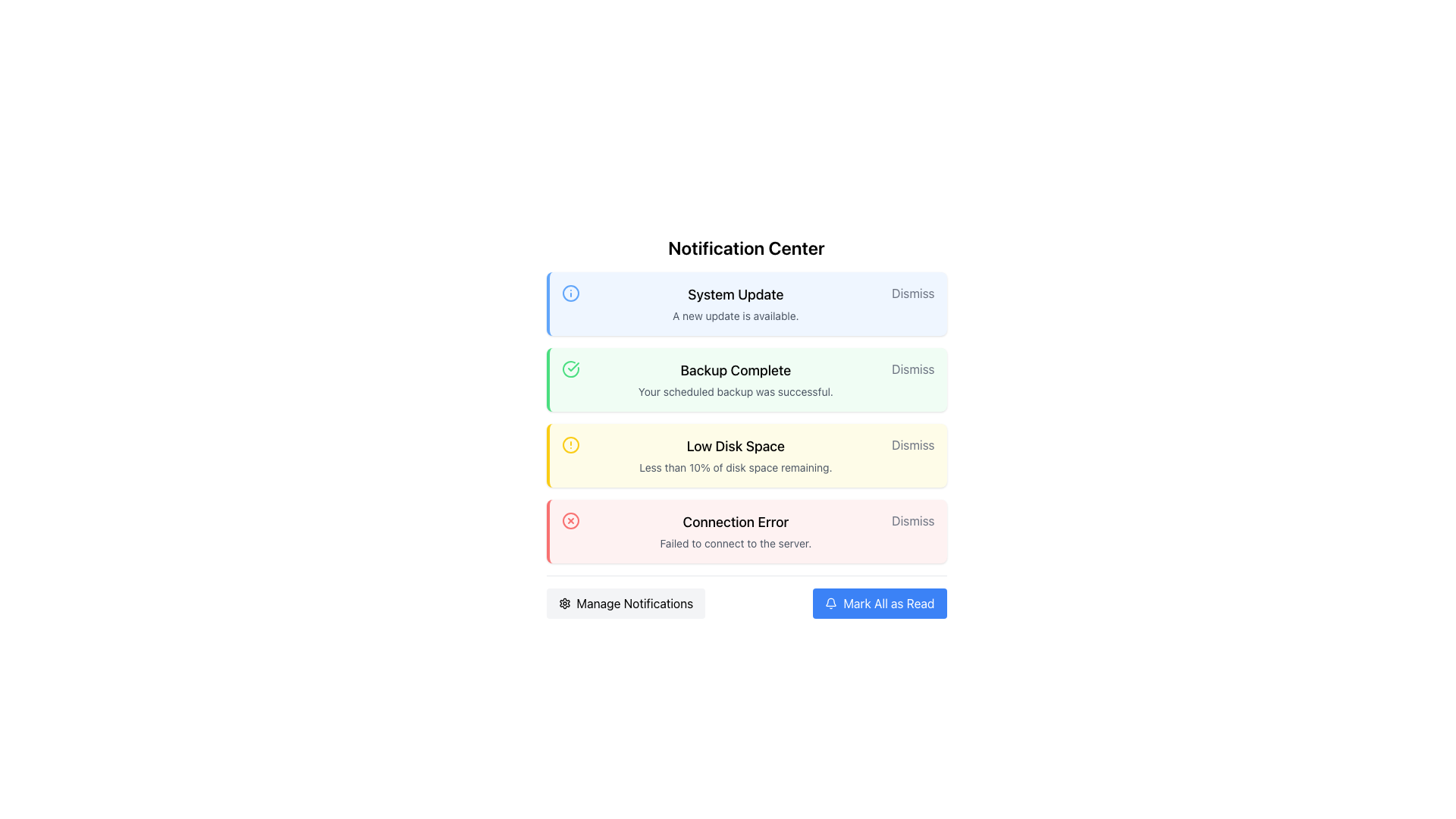 Image resolution: width=1456 pixels, height=819 pixels. What do you see at coordinates (746, 455) in the screenshot?
I see `message from the Notification box alerting about low disk space, which is the third notification in the stack under 'Notification Center'` at bounding box center [746, 455].